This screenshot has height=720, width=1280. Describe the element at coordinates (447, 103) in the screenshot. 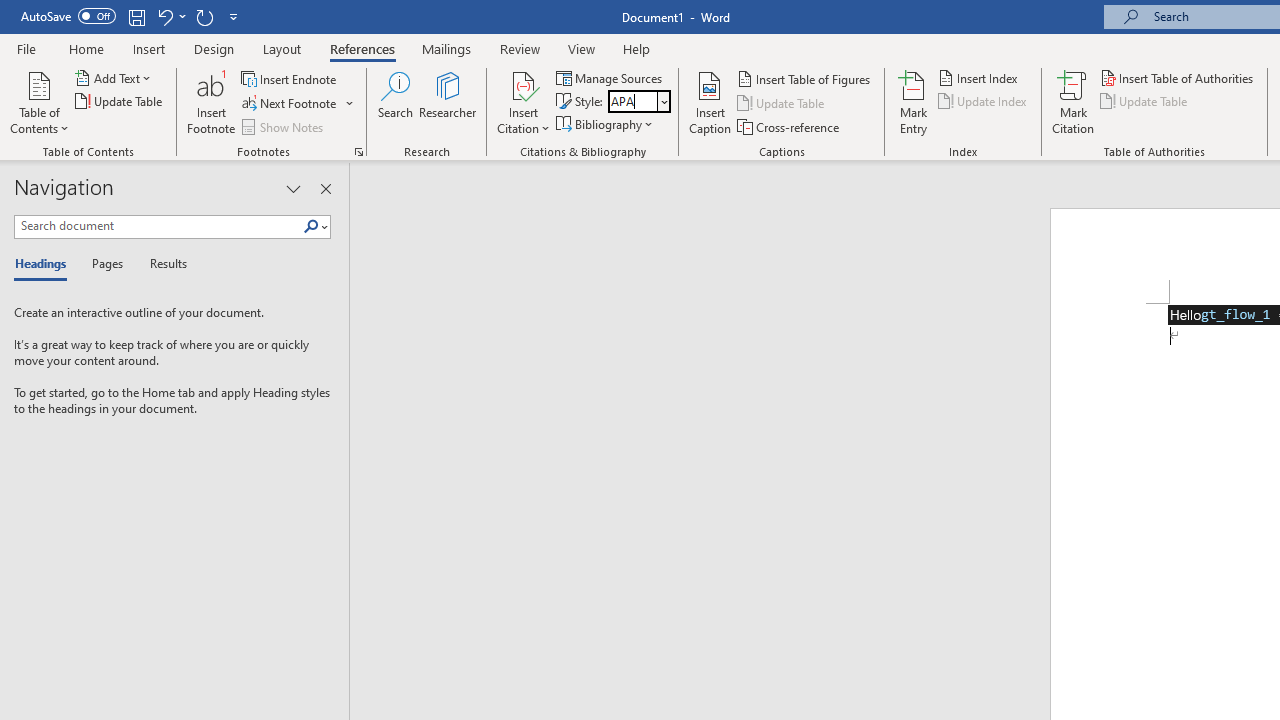

I see `'Researcher'` at that location.